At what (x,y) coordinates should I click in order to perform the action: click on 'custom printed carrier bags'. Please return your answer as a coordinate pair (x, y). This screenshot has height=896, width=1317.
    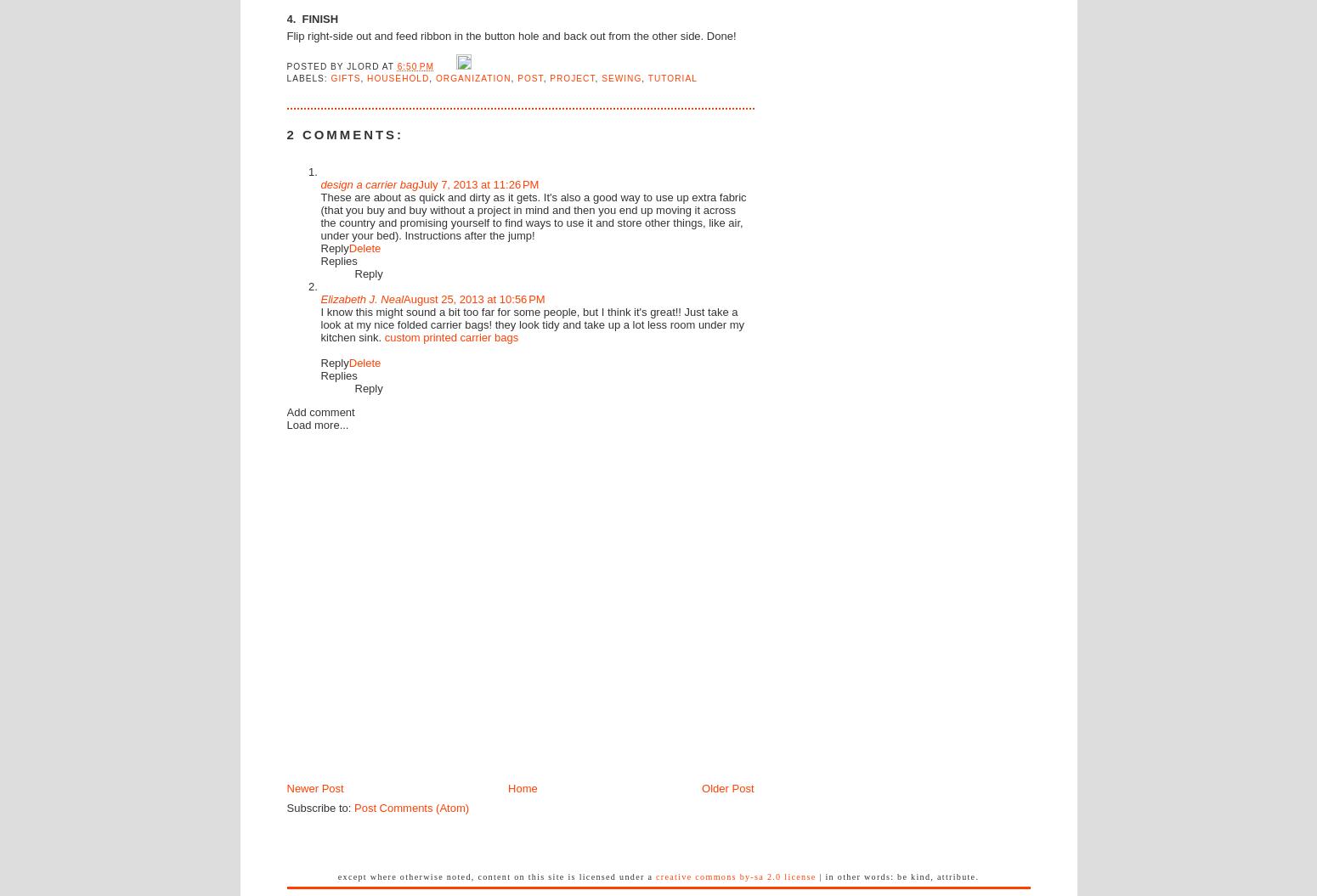
    Looking at the image, I should click on (450, 336).